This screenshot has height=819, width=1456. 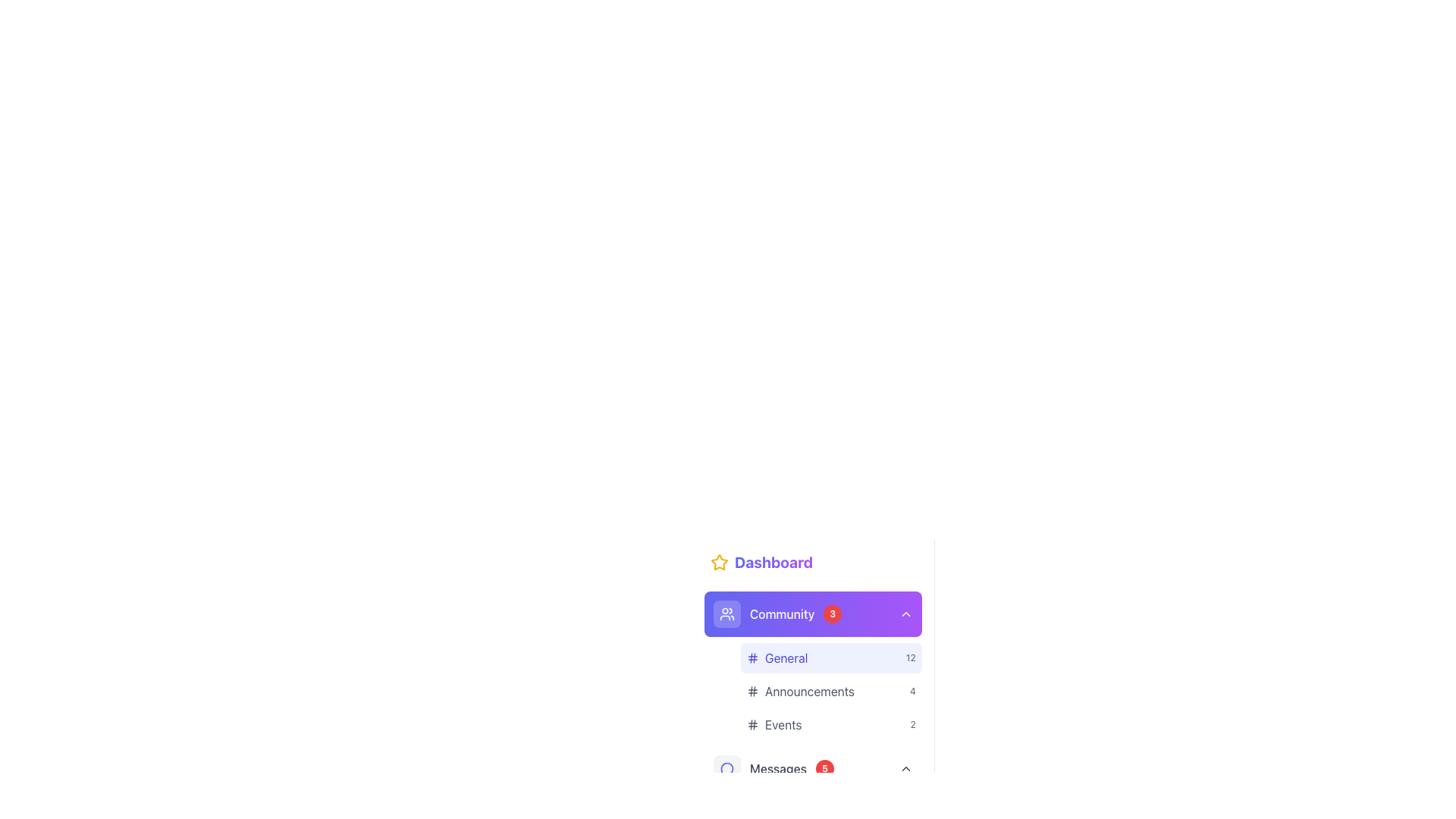 I want to click on the 'Messages' icon in the sidebar above the 'Messages' section, so click(x=726, y=769).